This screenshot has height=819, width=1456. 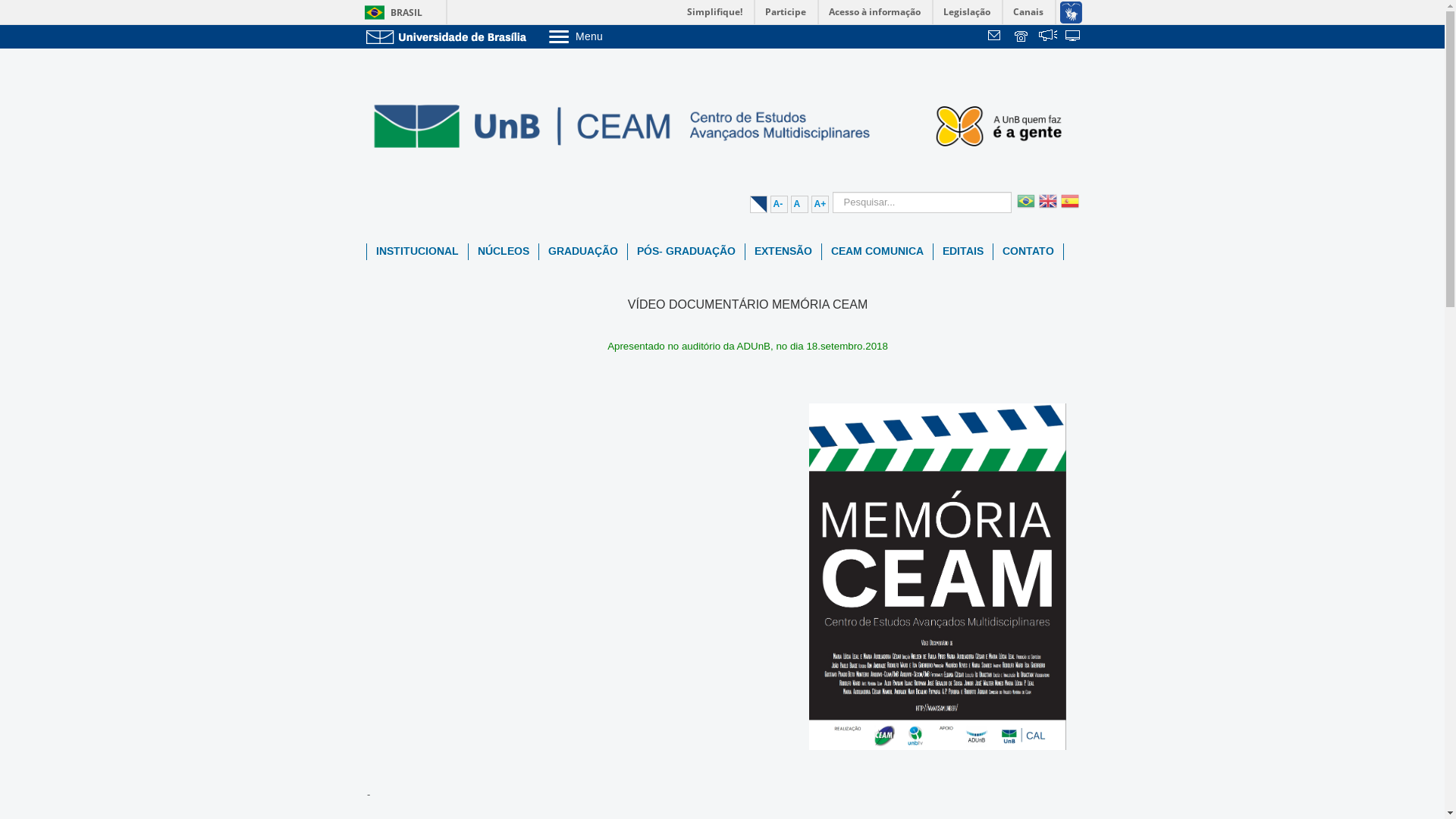 I want to click on 'A', so click(x=789, y=203).